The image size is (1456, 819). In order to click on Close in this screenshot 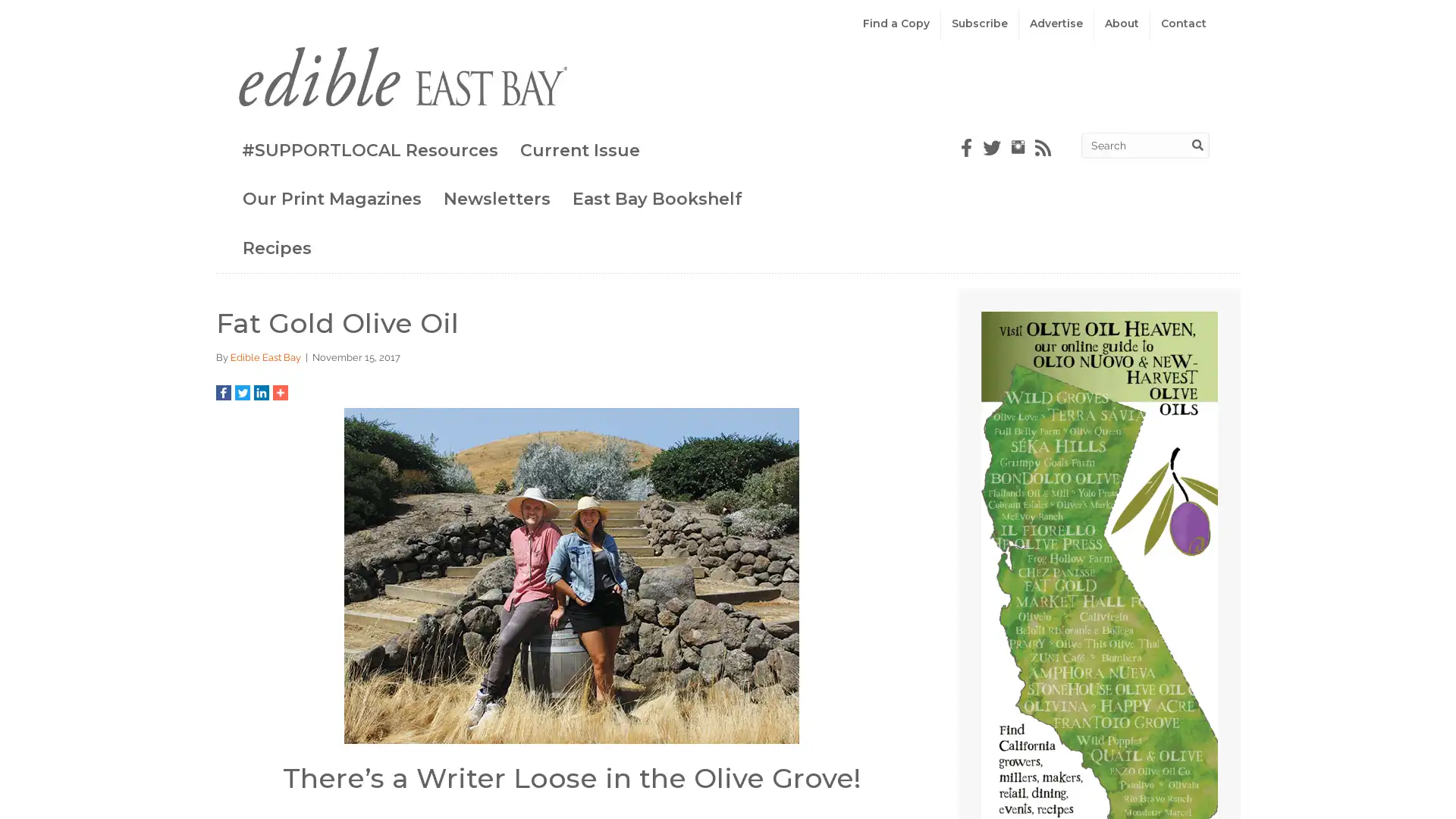, I will do `click(1146, 93)`.